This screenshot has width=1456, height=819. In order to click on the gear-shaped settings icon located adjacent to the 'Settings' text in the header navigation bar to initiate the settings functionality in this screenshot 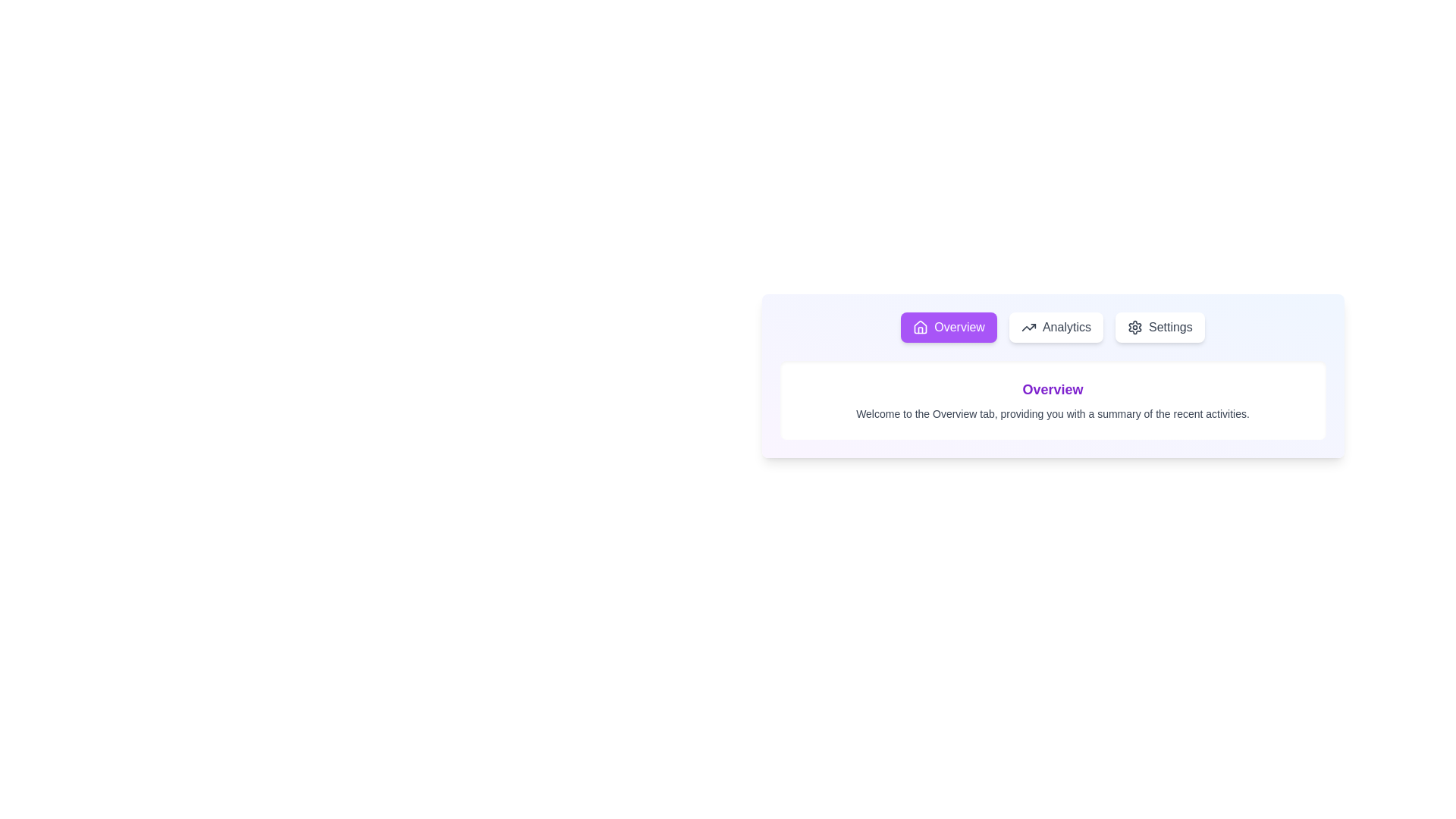, I will do `click(1135, 327)`.